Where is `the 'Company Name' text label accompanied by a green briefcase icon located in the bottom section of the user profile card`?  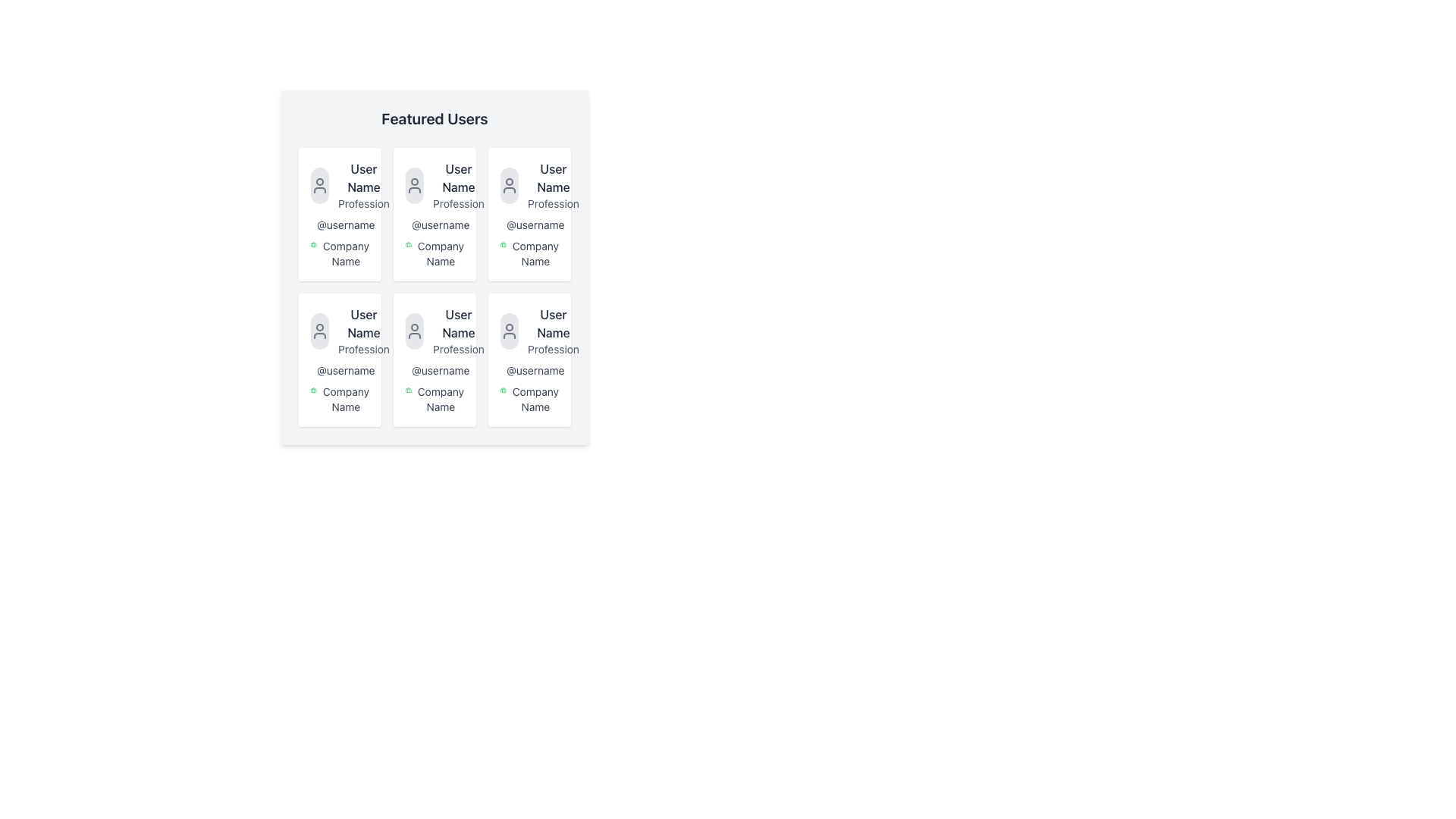
the 'Company Name' text label accompanied by a green briefcase icon located in the bottom section of the user profile card is located at coordinates (529, 253).